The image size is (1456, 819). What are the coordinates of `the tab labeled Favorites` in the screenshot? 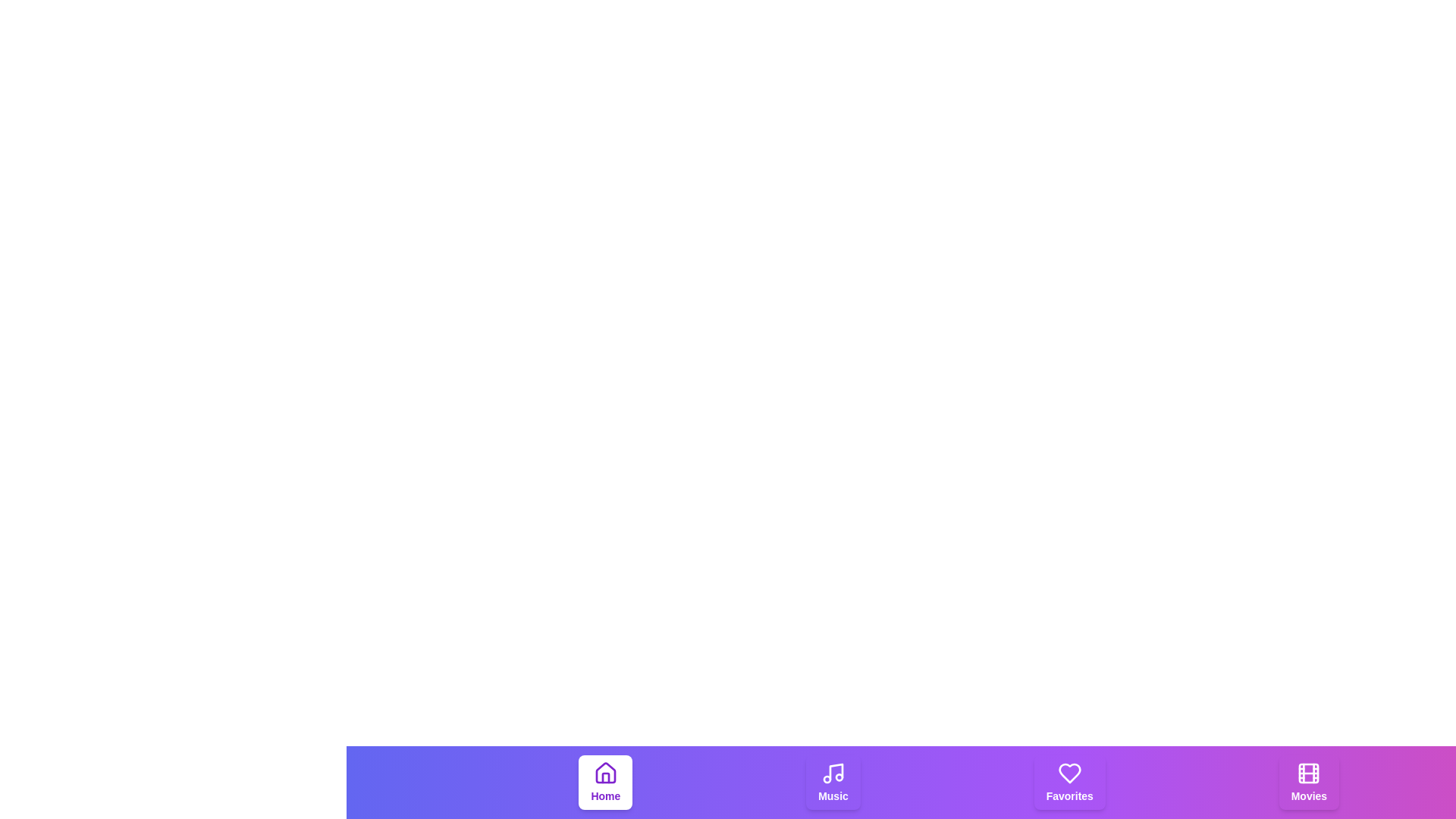 It's located at (1068, 783).